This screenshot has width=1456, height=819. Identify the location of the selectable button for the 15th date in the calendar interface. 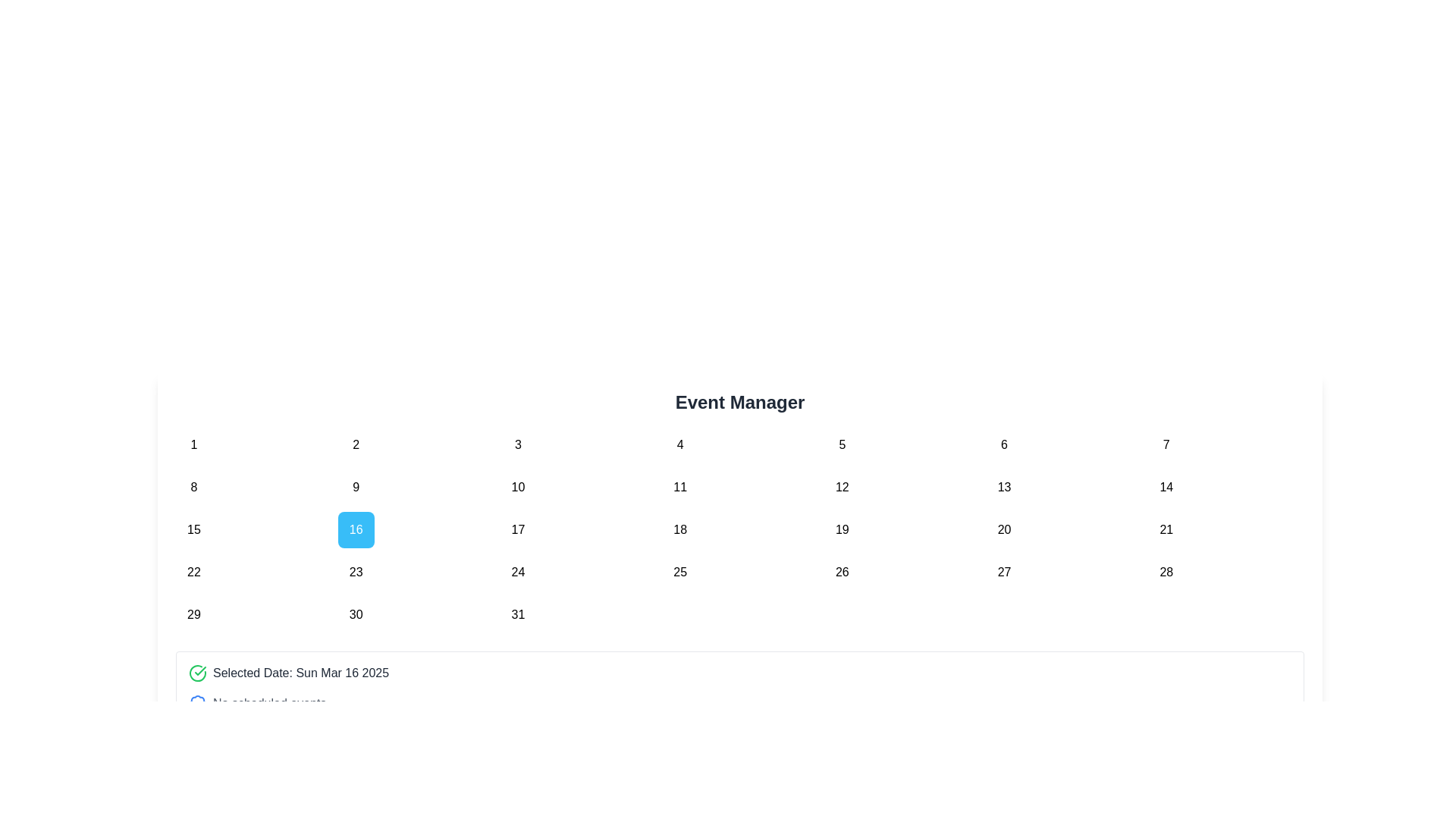
(193, 529).